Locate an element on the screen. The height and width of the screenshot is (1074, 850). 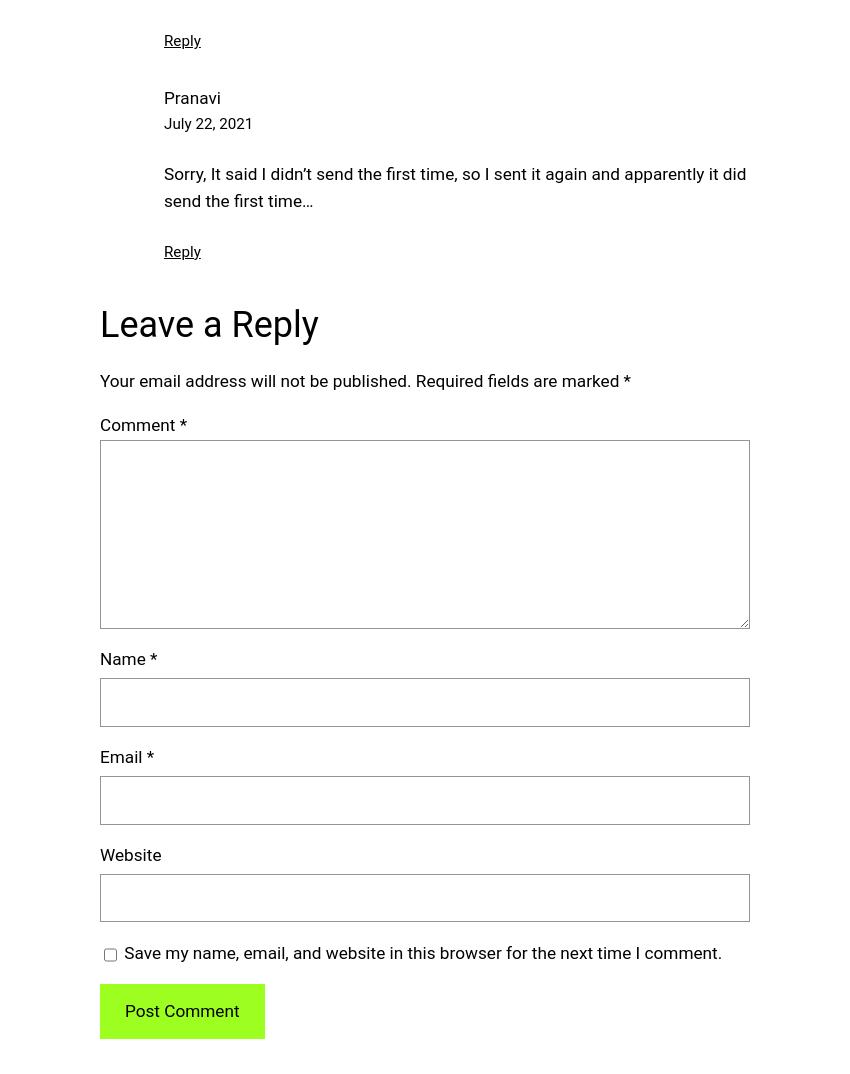
'Website' is located at coordinates (130, 854).